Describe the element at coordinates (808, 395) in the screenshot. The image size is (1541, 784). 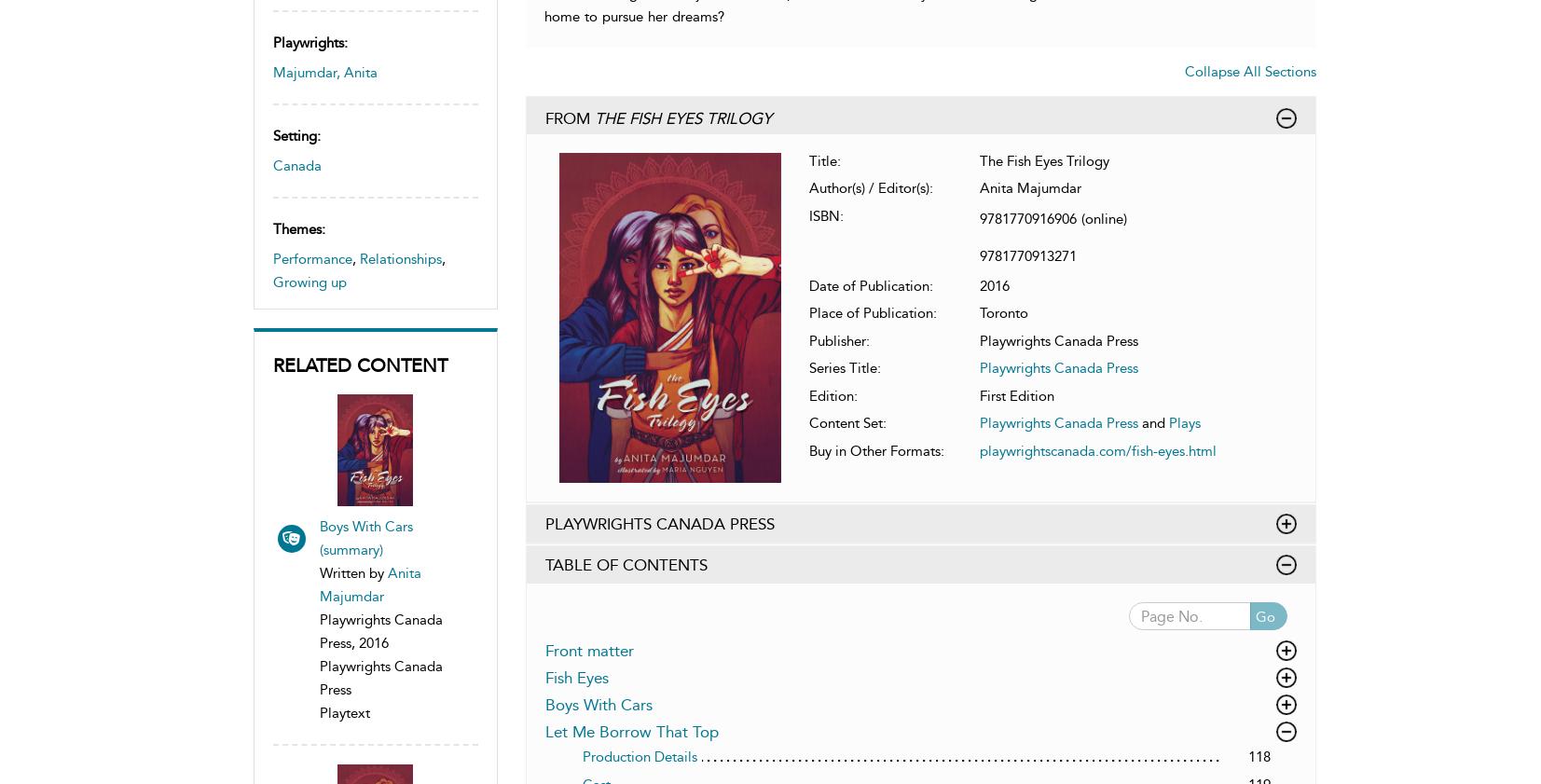
I see `'Edition:'` at that location.